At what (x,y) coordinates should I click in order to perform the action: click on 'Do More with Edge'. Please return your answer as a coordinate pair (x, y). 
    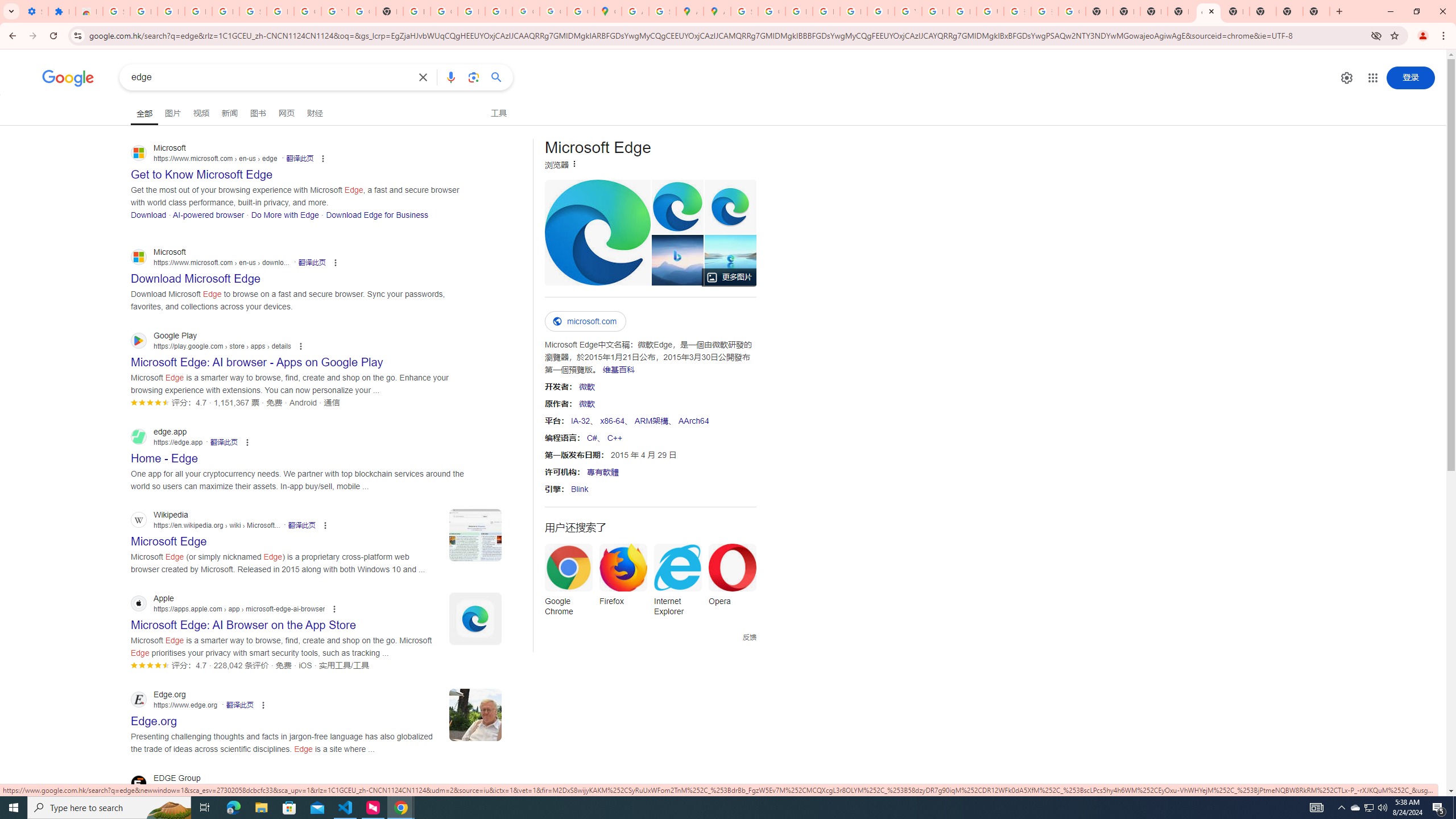
    Looking at the image, I should click on (284, 214).